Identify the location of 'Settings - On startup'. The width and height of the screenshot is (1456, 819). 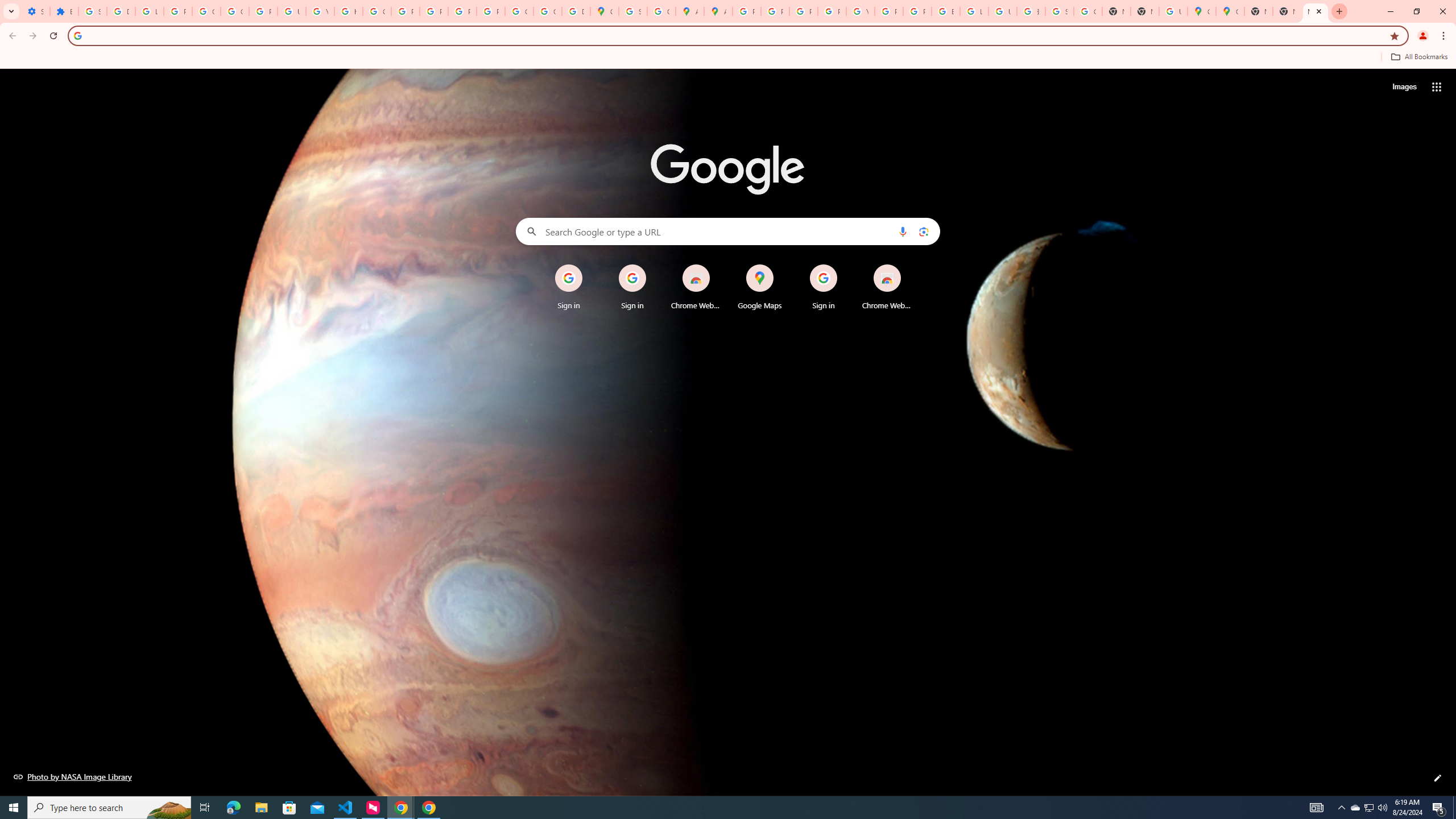
(35, 11).